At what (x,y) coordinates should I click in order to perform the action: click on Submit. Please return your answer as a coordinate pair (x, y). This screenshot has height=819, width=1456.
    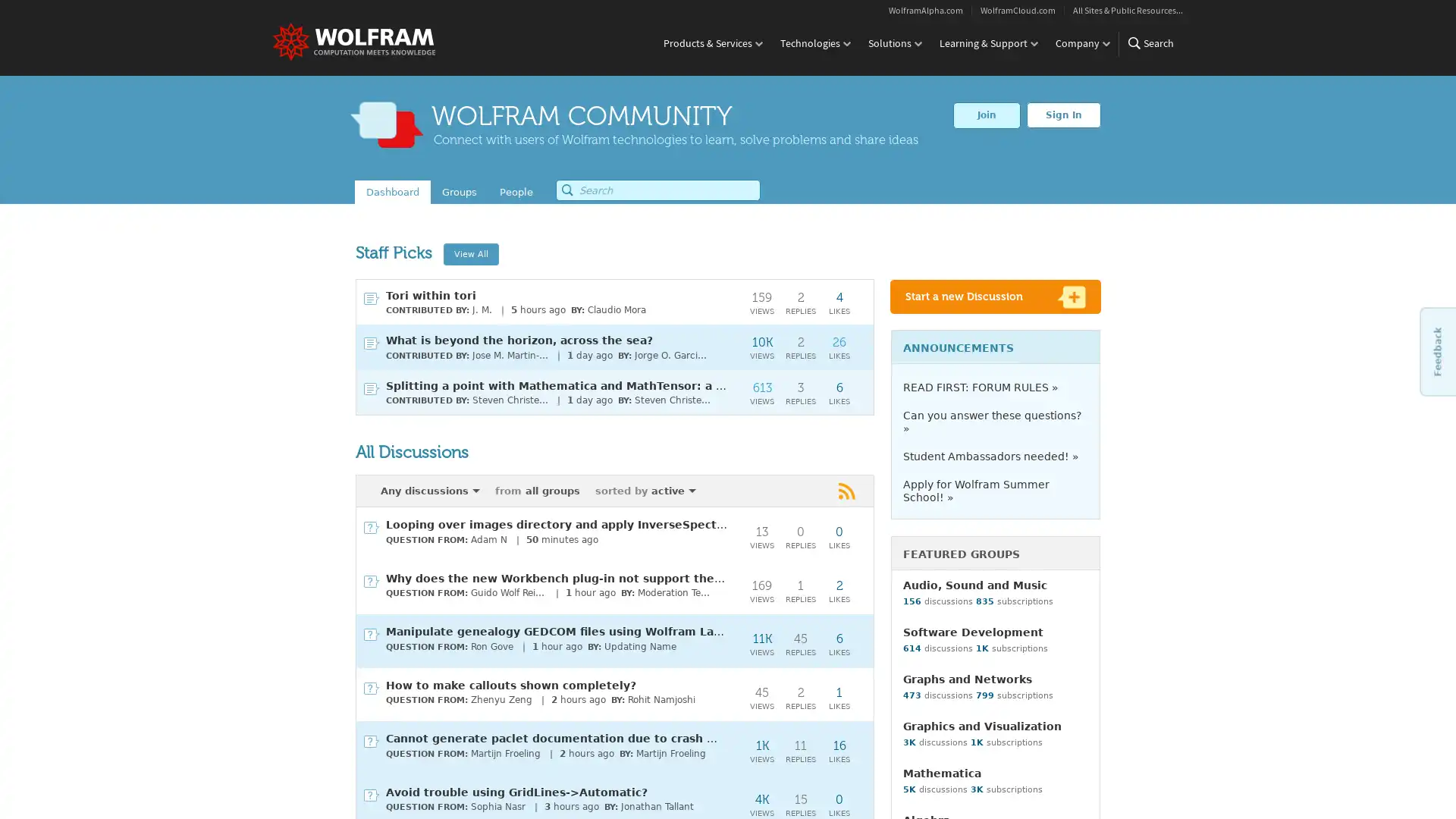
    Looking at the image, I should click on (566, 189).